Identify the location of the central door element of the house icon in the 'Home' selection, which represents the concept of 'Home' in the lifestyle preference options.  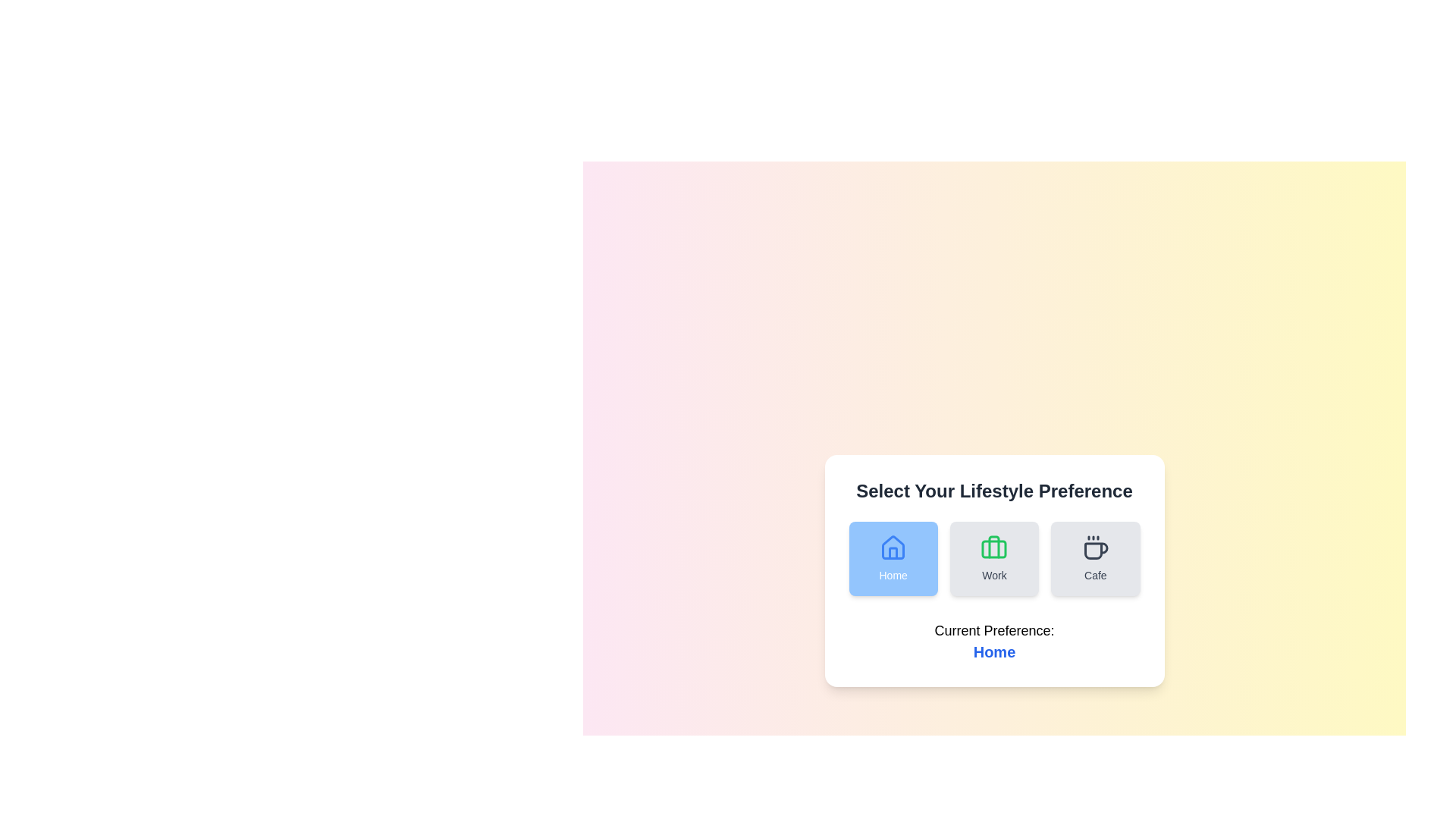
(893, 553).